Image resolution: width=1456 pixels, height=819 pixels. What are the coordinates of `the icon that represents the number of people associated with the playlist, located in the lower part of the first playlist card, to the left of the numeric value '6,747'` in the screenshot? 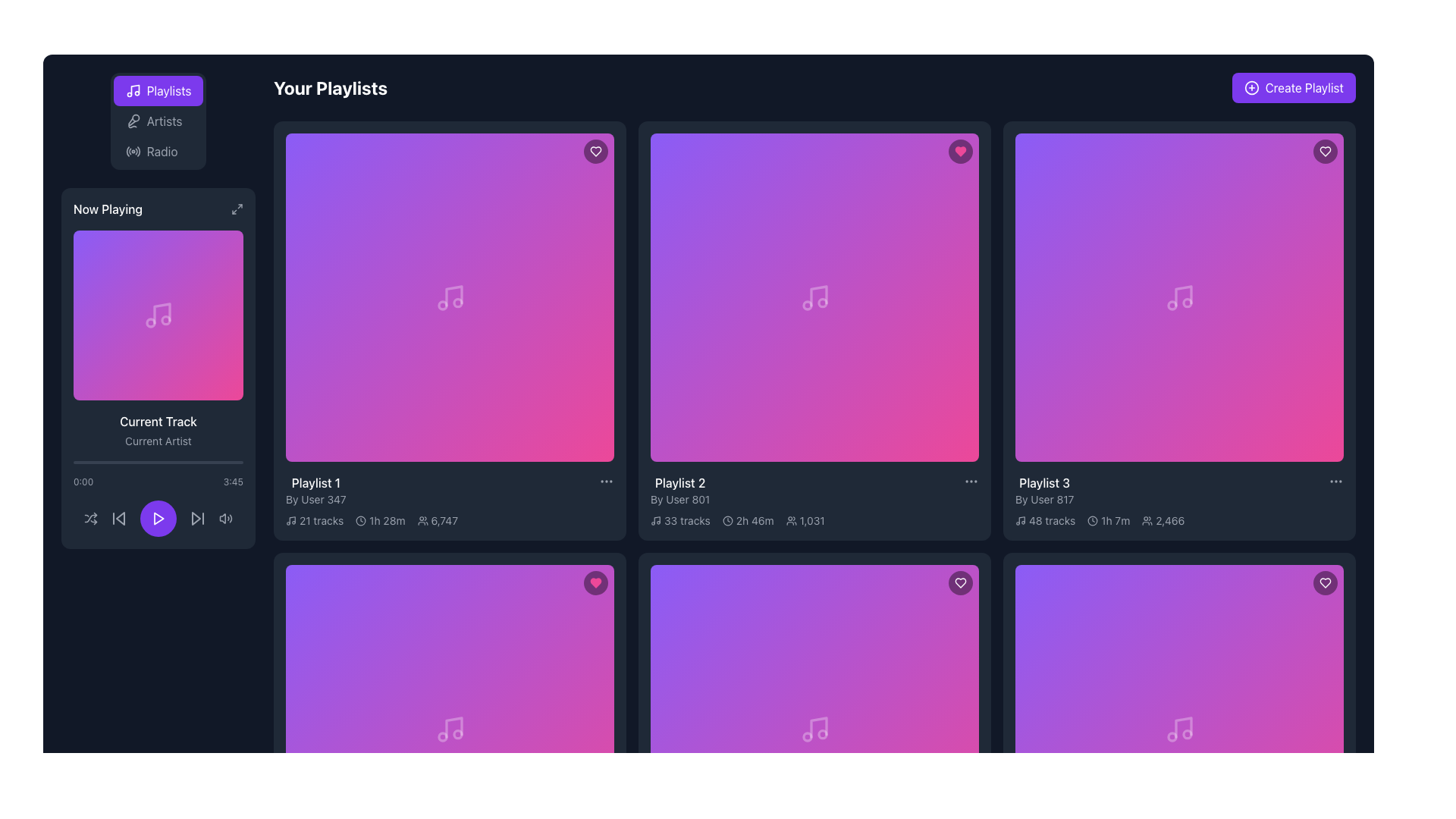 It's located at (422, 519).